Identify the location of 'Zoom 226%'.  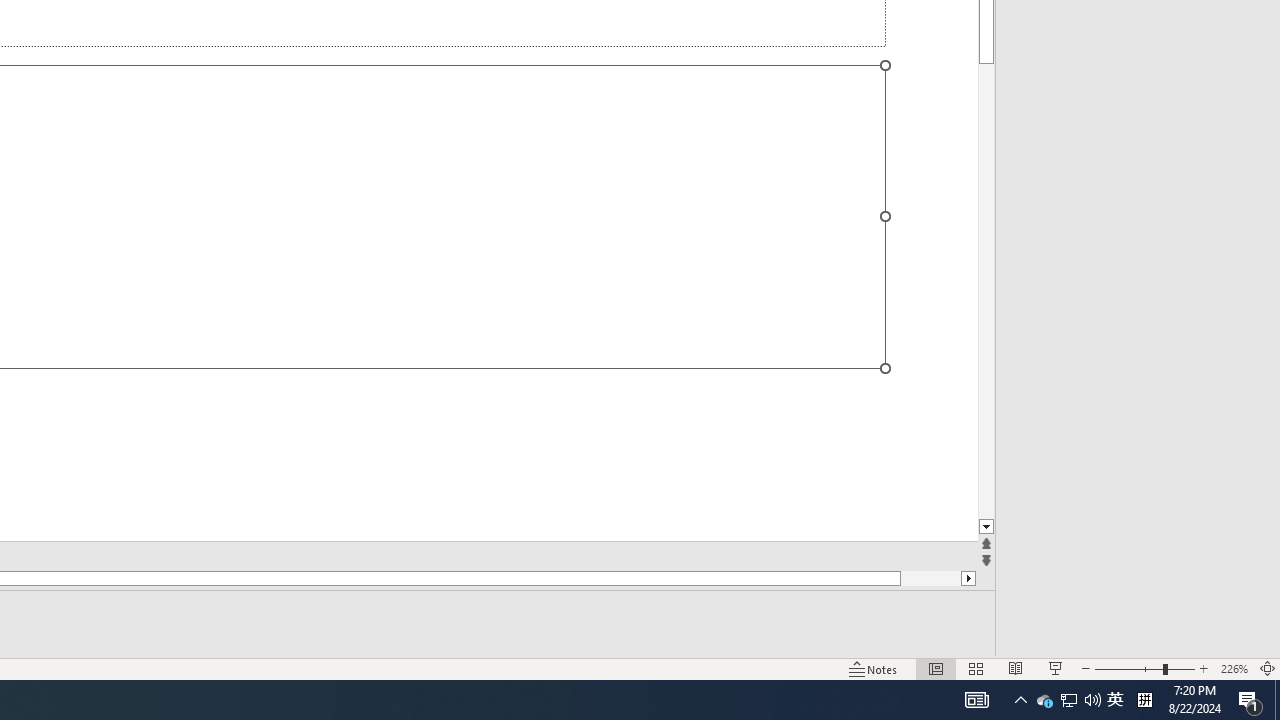
(1233, 669).